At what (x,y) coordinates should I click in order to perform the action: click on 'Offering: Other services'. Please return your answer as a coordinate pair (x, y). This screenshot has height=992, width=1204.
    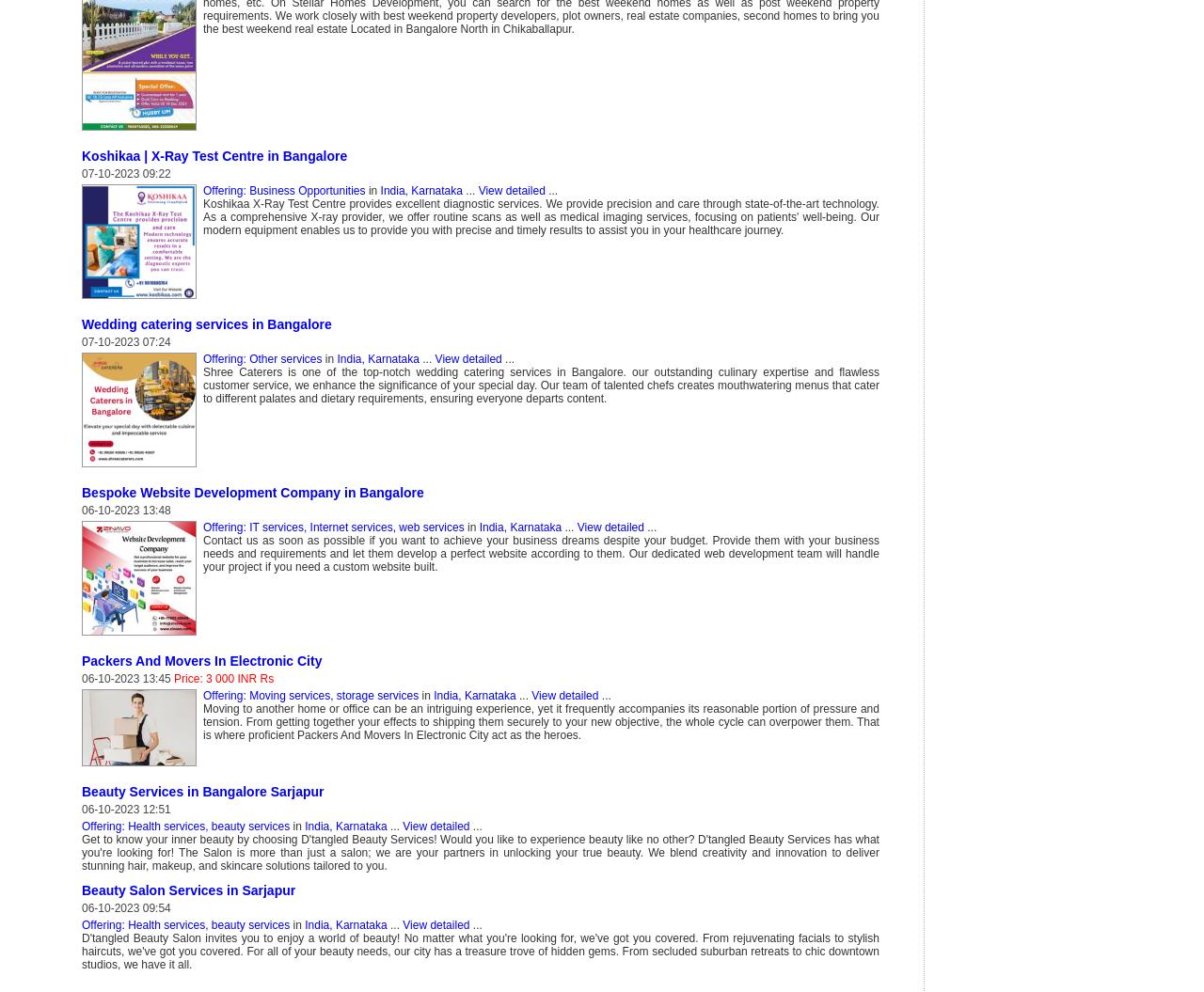
    Looking at the image, I should click on (261, 359).